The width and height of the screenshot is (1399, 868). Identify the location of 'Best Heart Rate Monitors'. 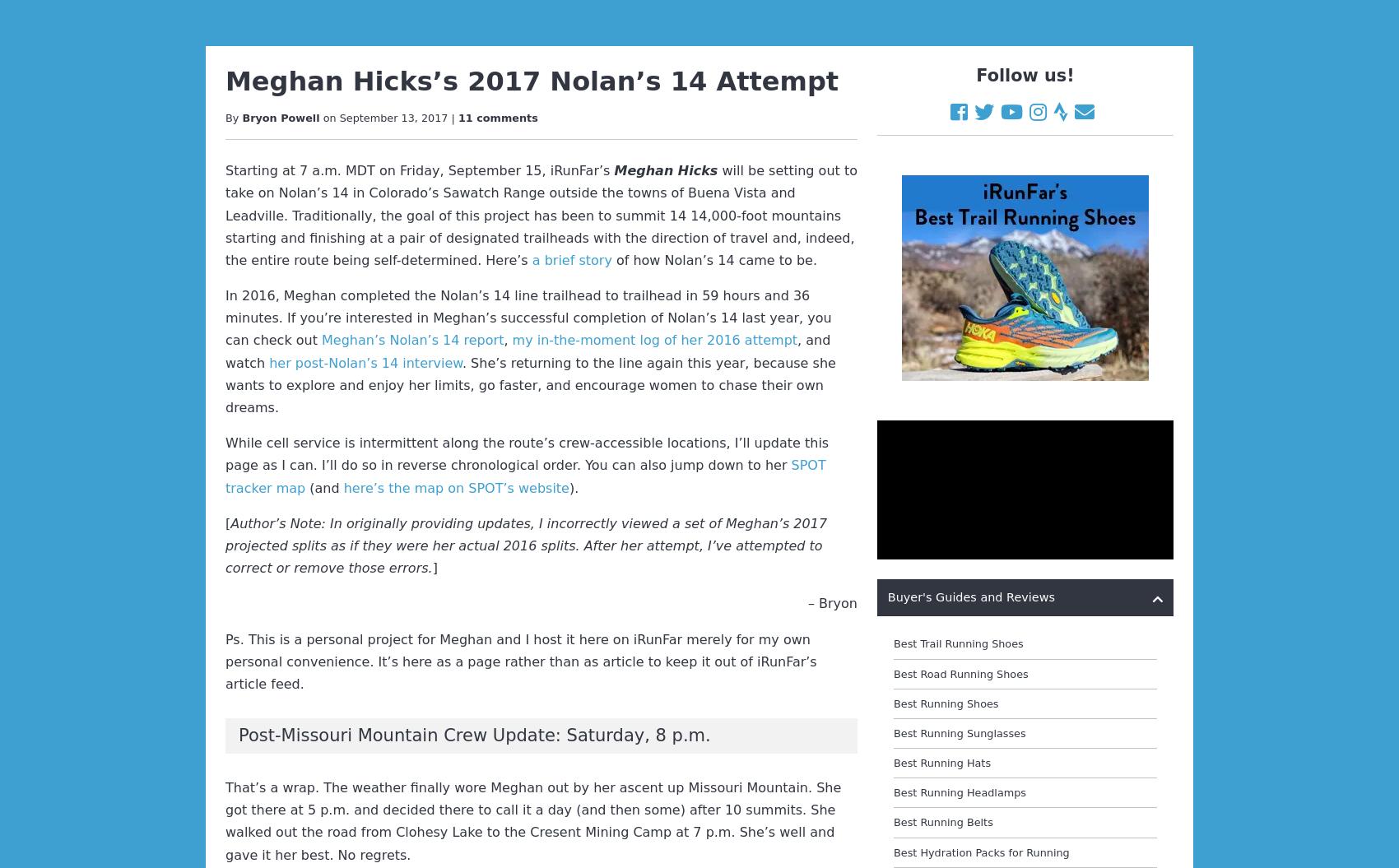
(893, 615).